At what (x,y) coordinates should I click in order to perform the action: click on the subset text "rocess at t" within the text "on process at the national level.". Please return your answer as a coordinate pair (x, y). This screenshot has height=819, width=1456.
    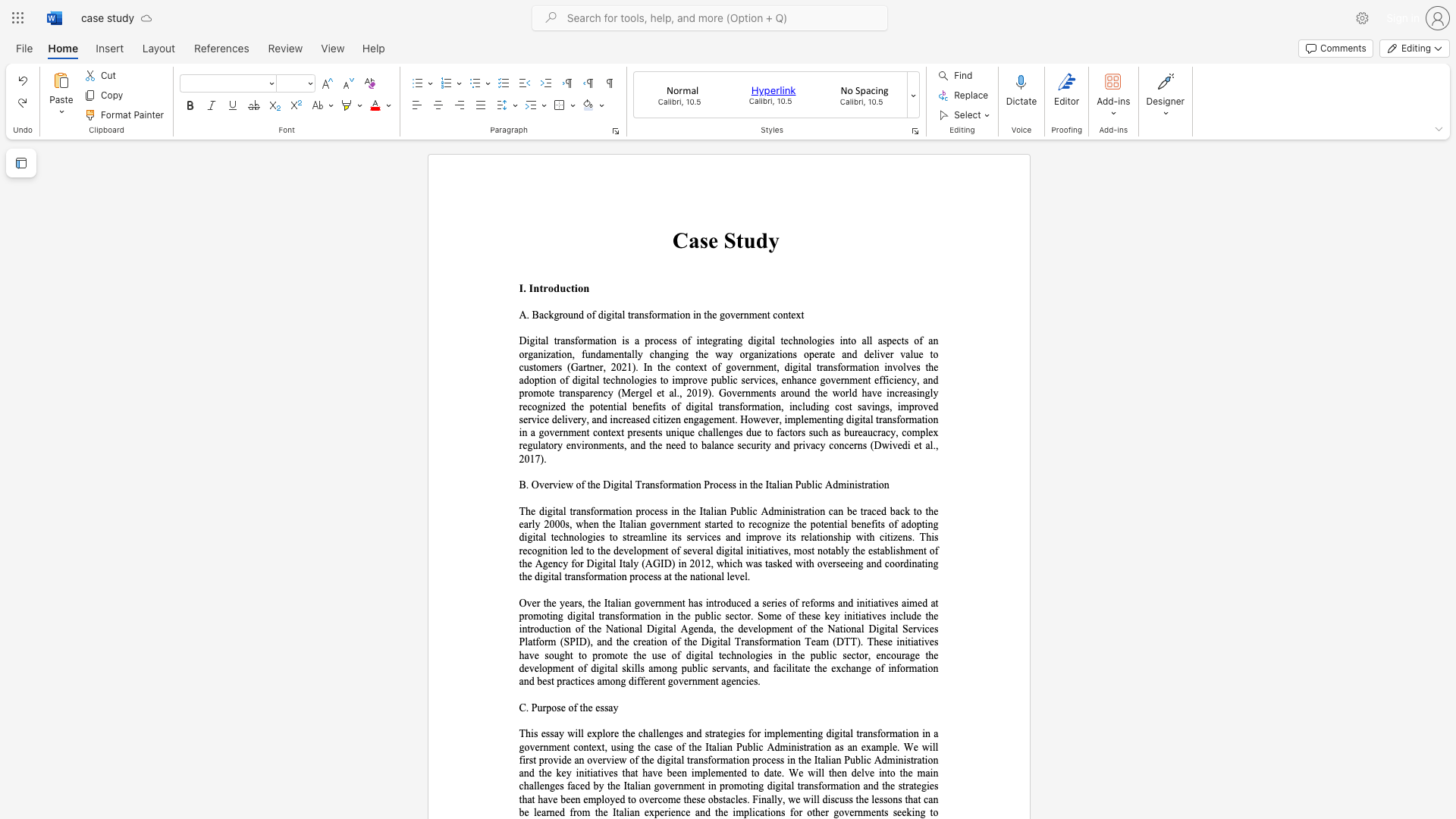
    Looking at the image, I should click on (635, 576).